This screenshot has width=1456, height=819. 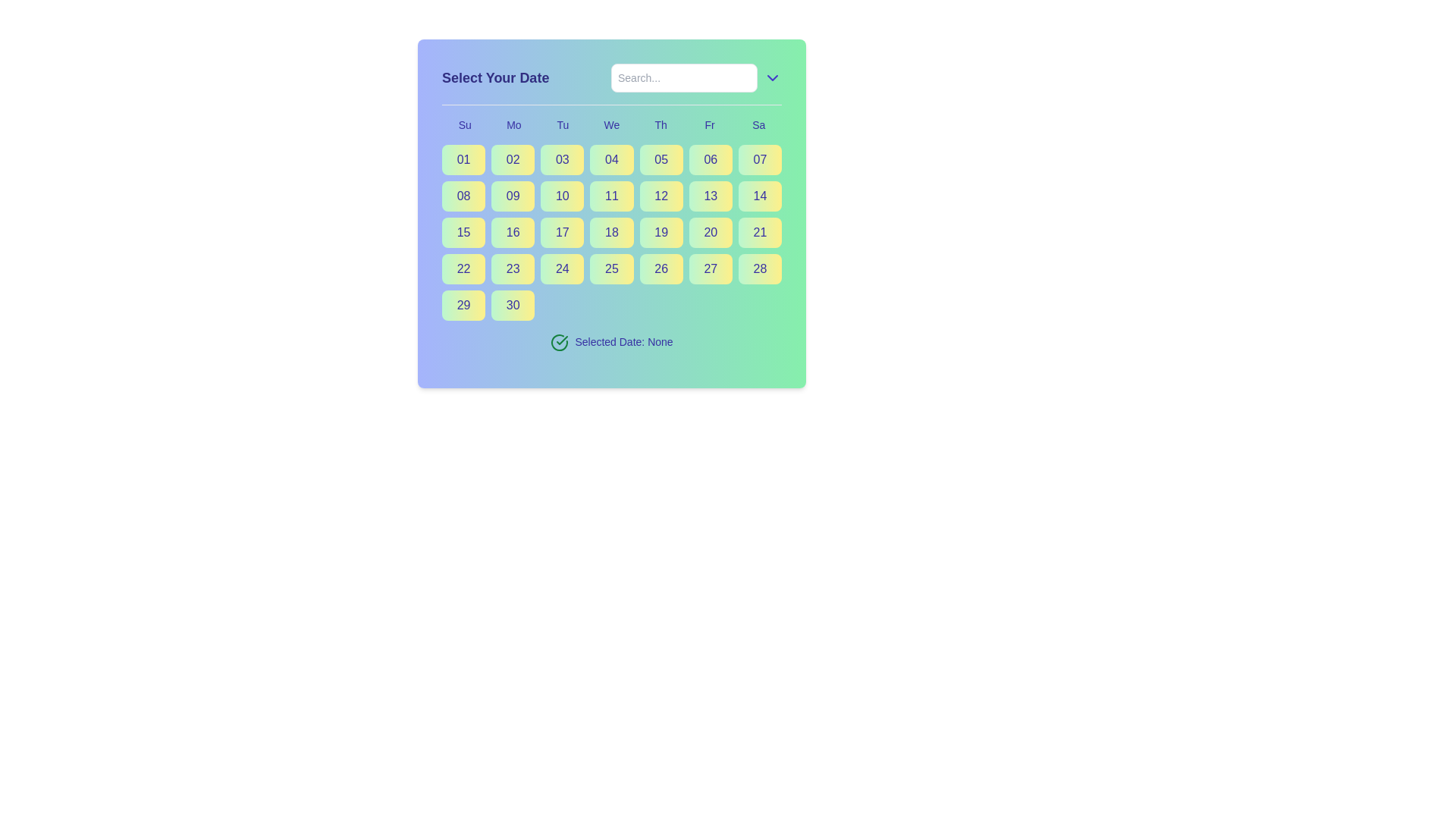 I want to click on the non-interactive text label indicating 'Tuesday' in the weekly calendar view, which is the third item in the lineup of abbreviated weekday names, so click(x=562, y=124).